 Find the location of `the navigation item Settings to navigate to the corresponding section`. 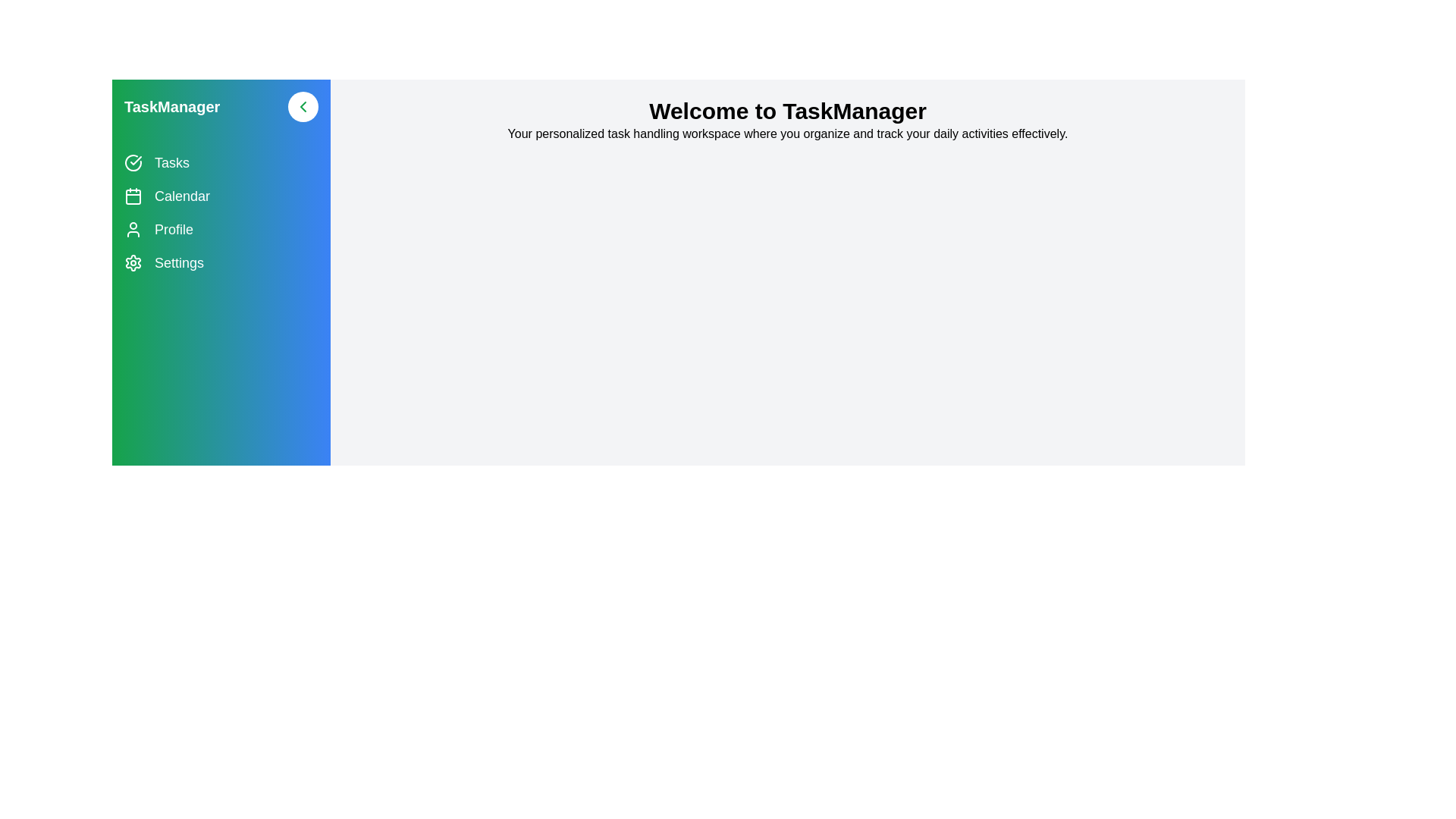

the navigation item Settings to navigate to the corresponding section is located at coordinates (221, 262).